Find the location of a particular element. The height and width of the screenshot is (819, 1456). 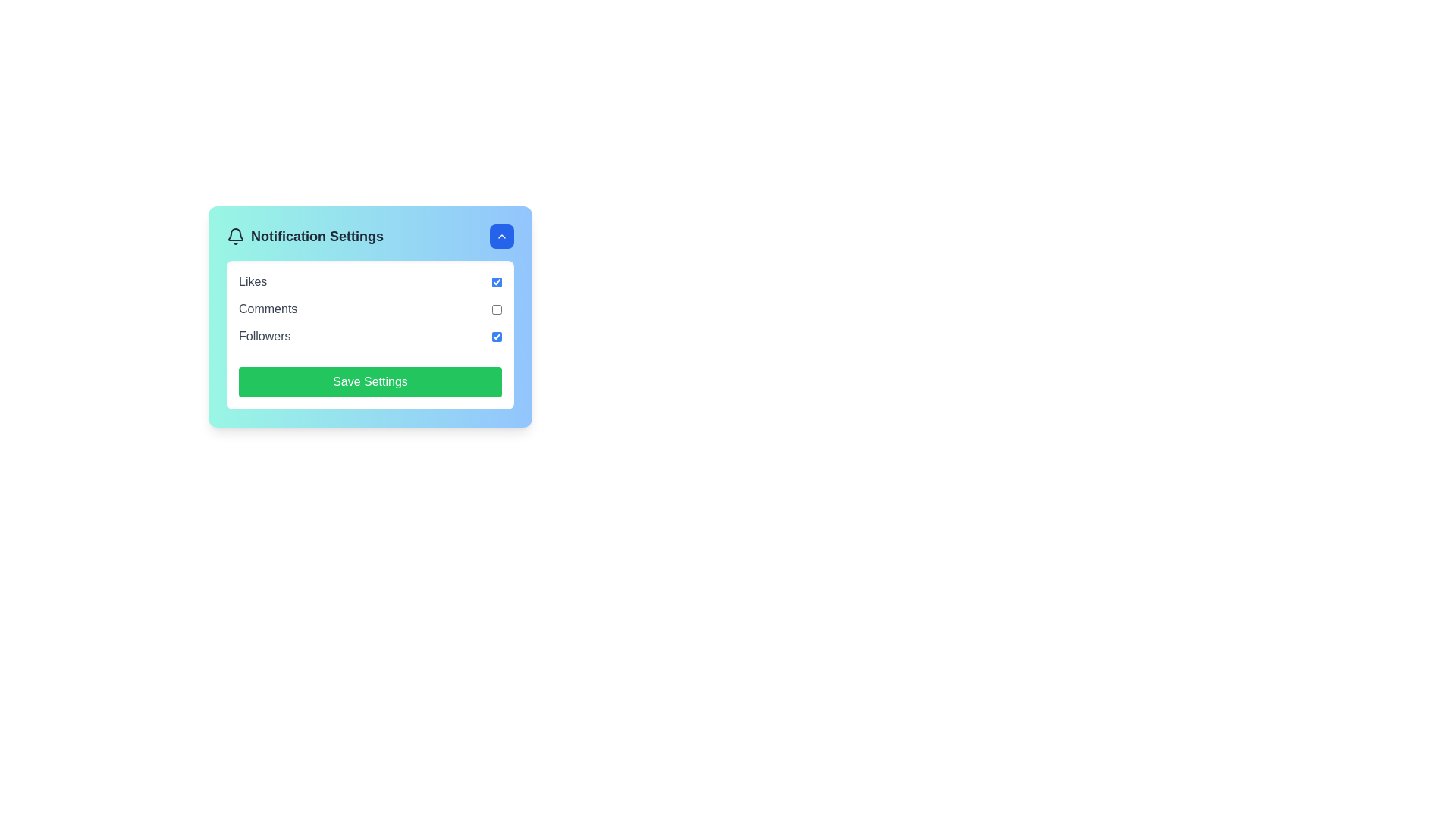

the 'Save Settings' button with a bright green background and white text is located at coordinates (370, 381).